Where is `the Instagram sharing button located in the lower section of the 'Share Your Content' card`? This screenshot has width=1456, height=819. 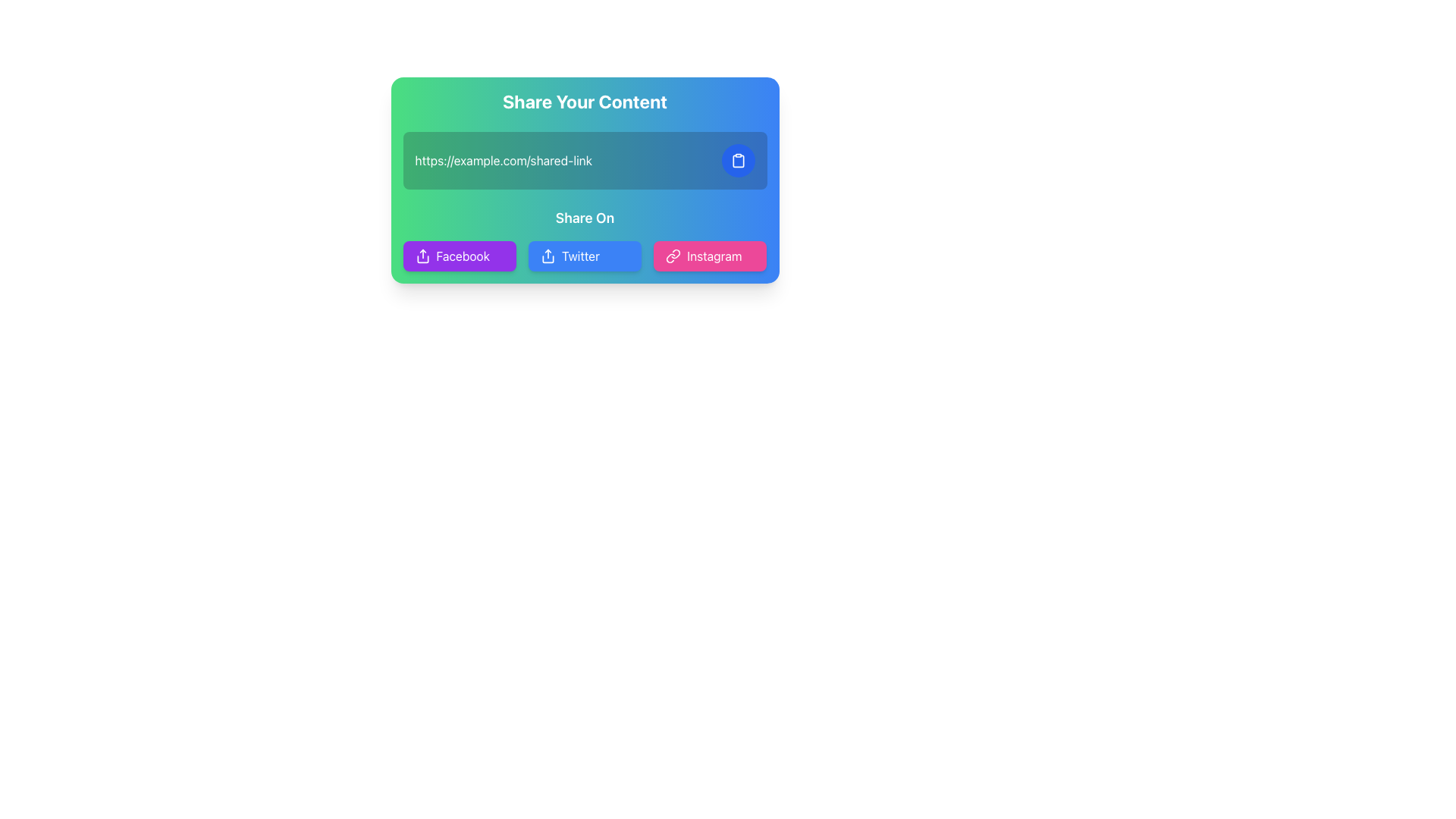 the Instagram sharing button located in the lower section of the 'Share Your Content' card is located at coordinates (709, 256).